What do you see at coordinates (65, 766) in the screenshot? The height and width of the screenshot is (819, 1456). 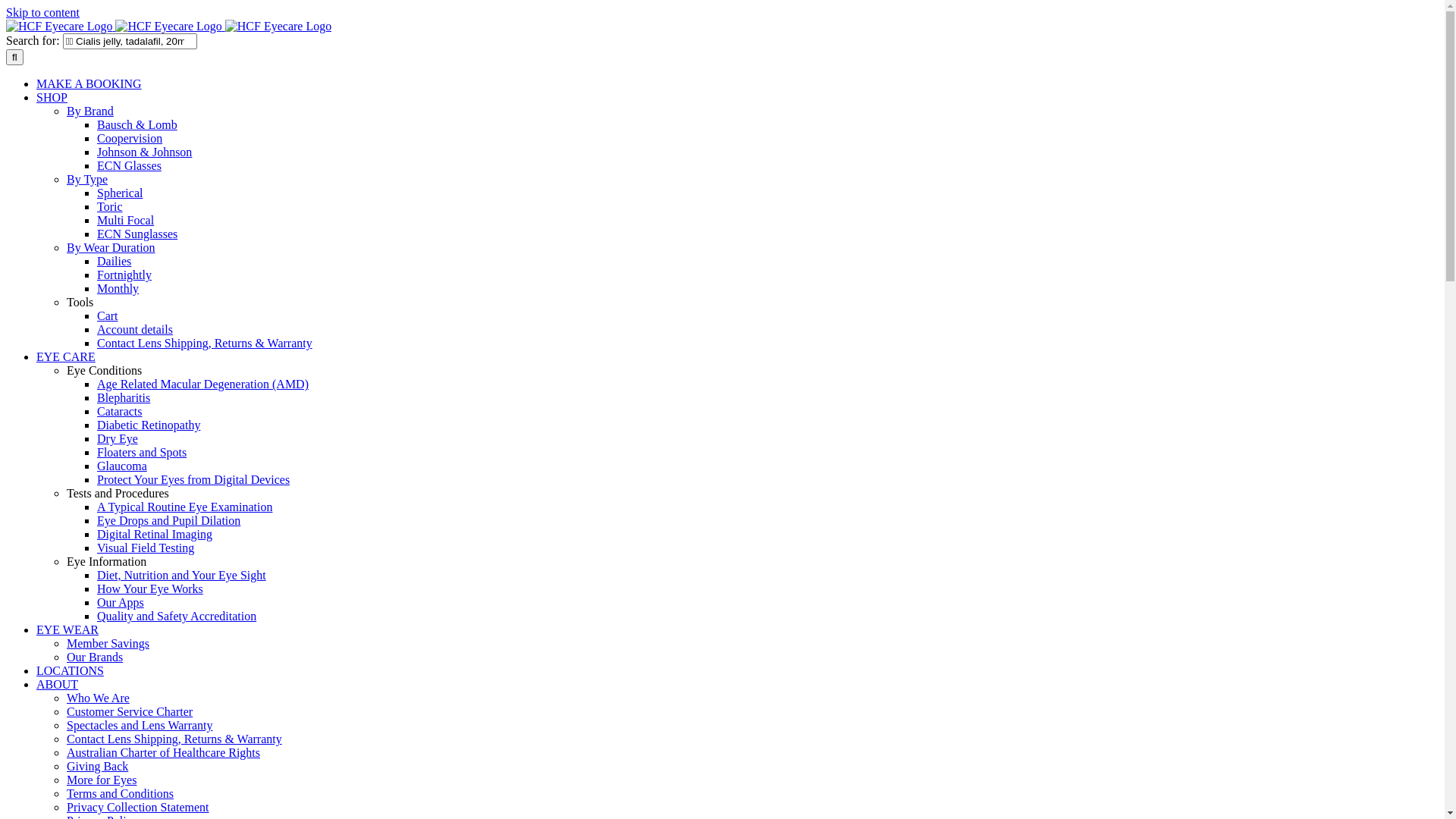 I see `'Giving Back'` at bounding box center [65, 766].